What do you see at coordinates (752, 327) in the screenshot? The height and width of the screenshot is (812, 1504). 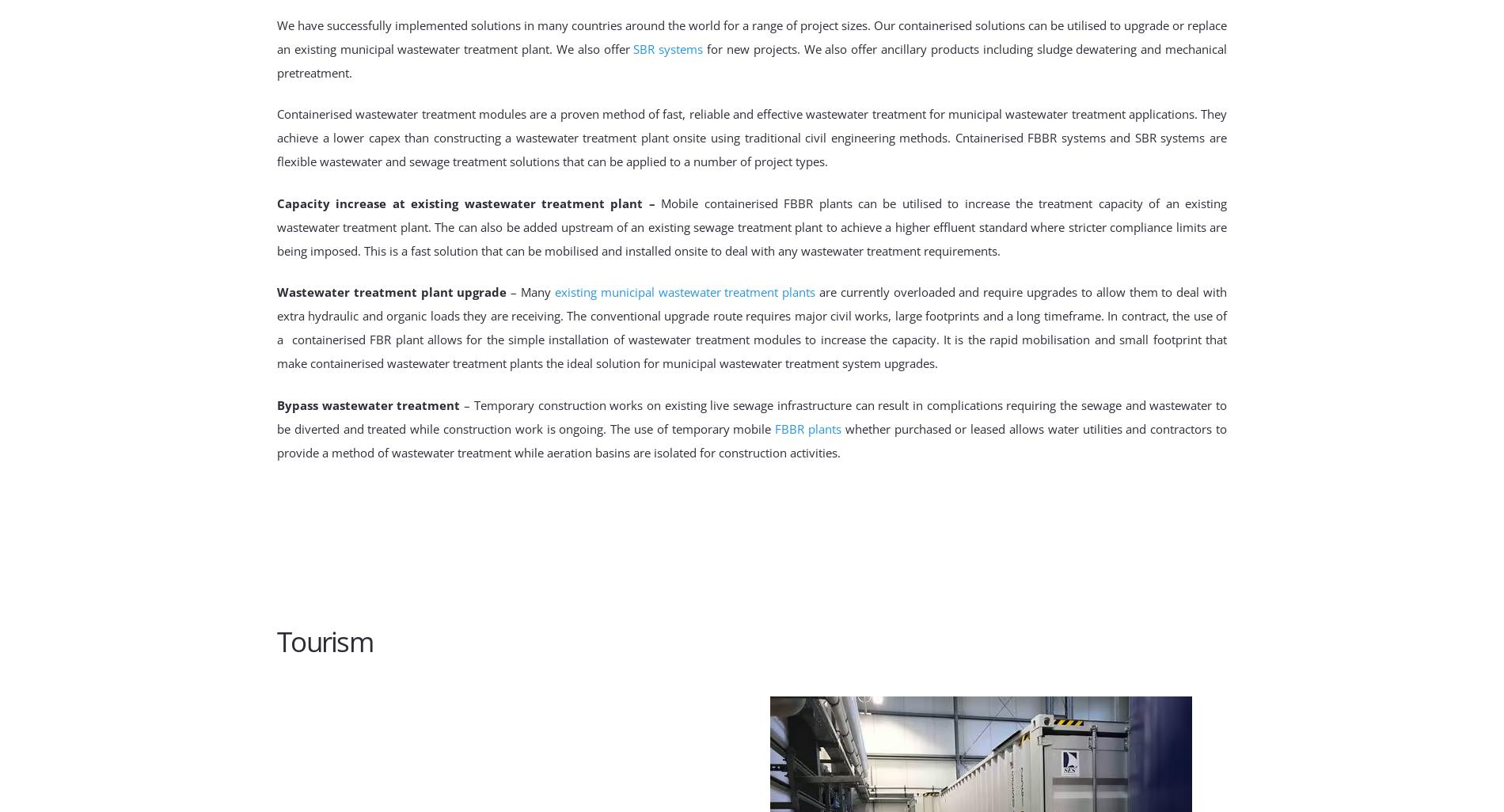 I see `'are currently overloaded and require upgrades to allow them to deal with extra hydraulic and organic loads they are receiving. The conventional upgrade route requires major civil works, large footprints and a long timeframe. In contract, the use of a  containerised FBR plant allows for the simple installation of wastewater treatment modules to increase the capacity. It is the rapid mobilisation and small footprint that make containerised wastewater treatment plants the ideal solution for municipal wastewater treatment system upgrades.'` at bounding box center [752, 327].